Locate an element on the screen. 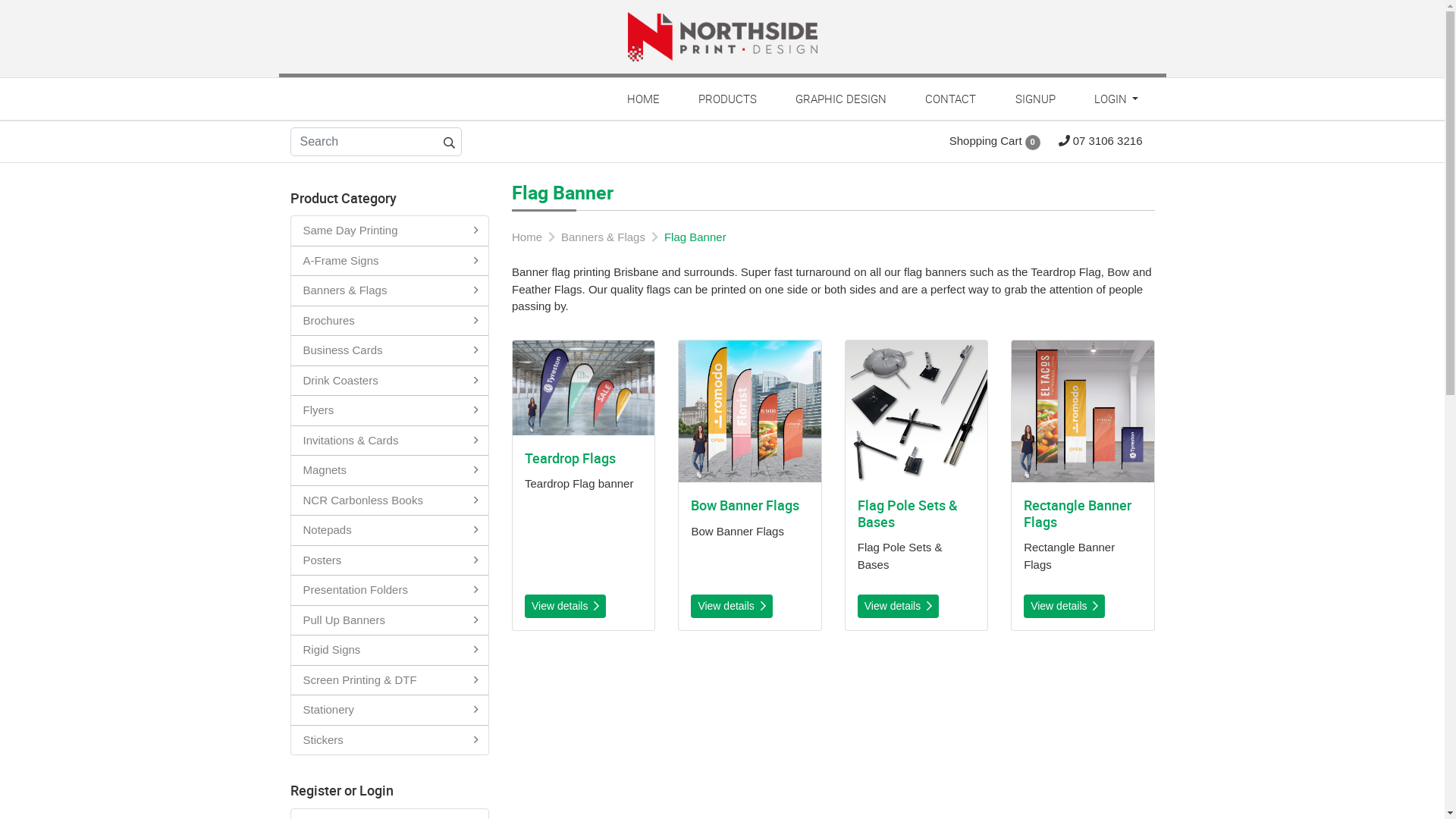 This screenshot has width=1456, height=819. 'Posters' is located at coordinates (390, 560).